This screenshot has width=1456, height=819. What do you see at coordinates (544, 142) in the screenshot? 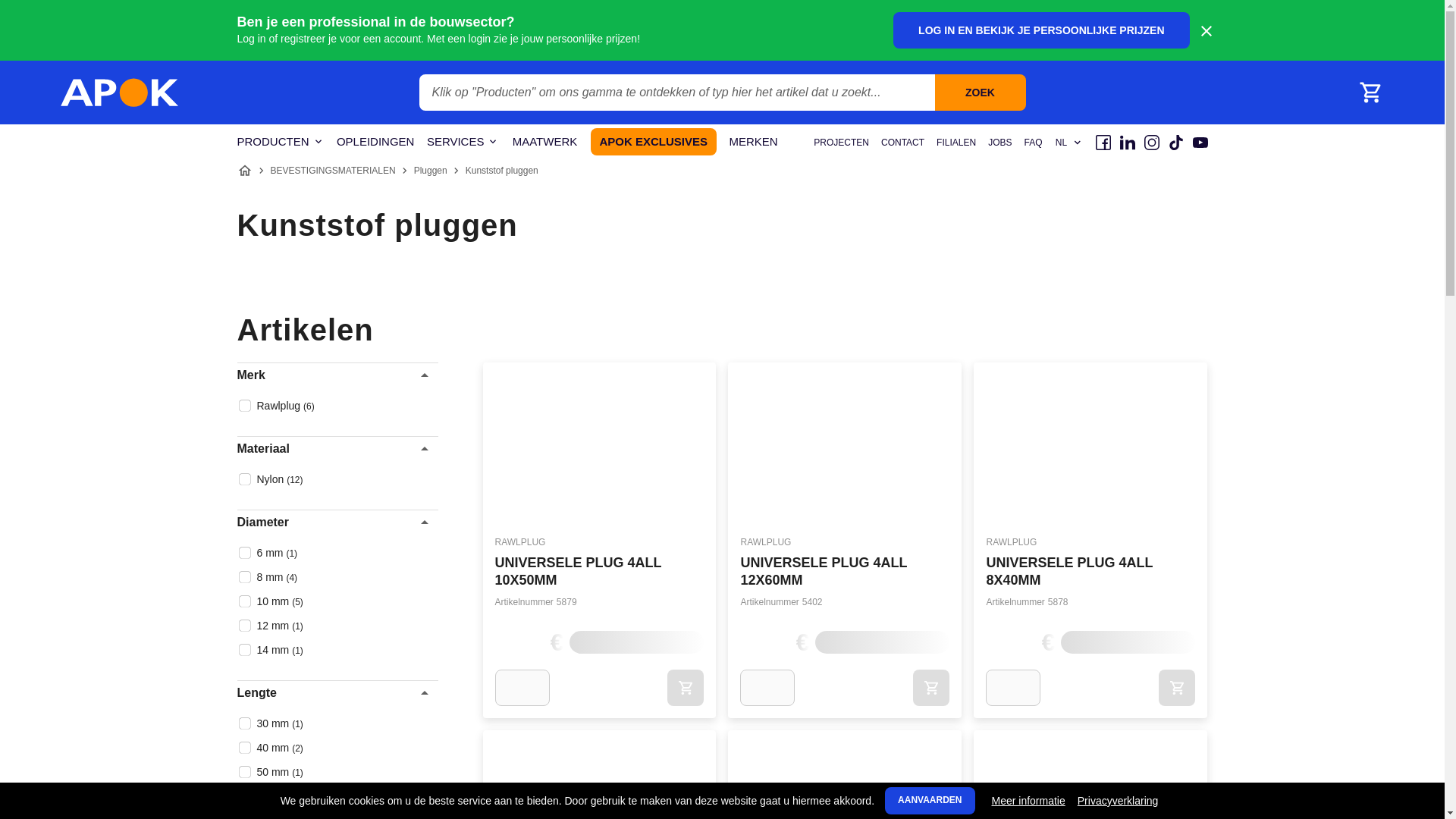
I see `'MAATWERK'` at bounding box center [544, 142].